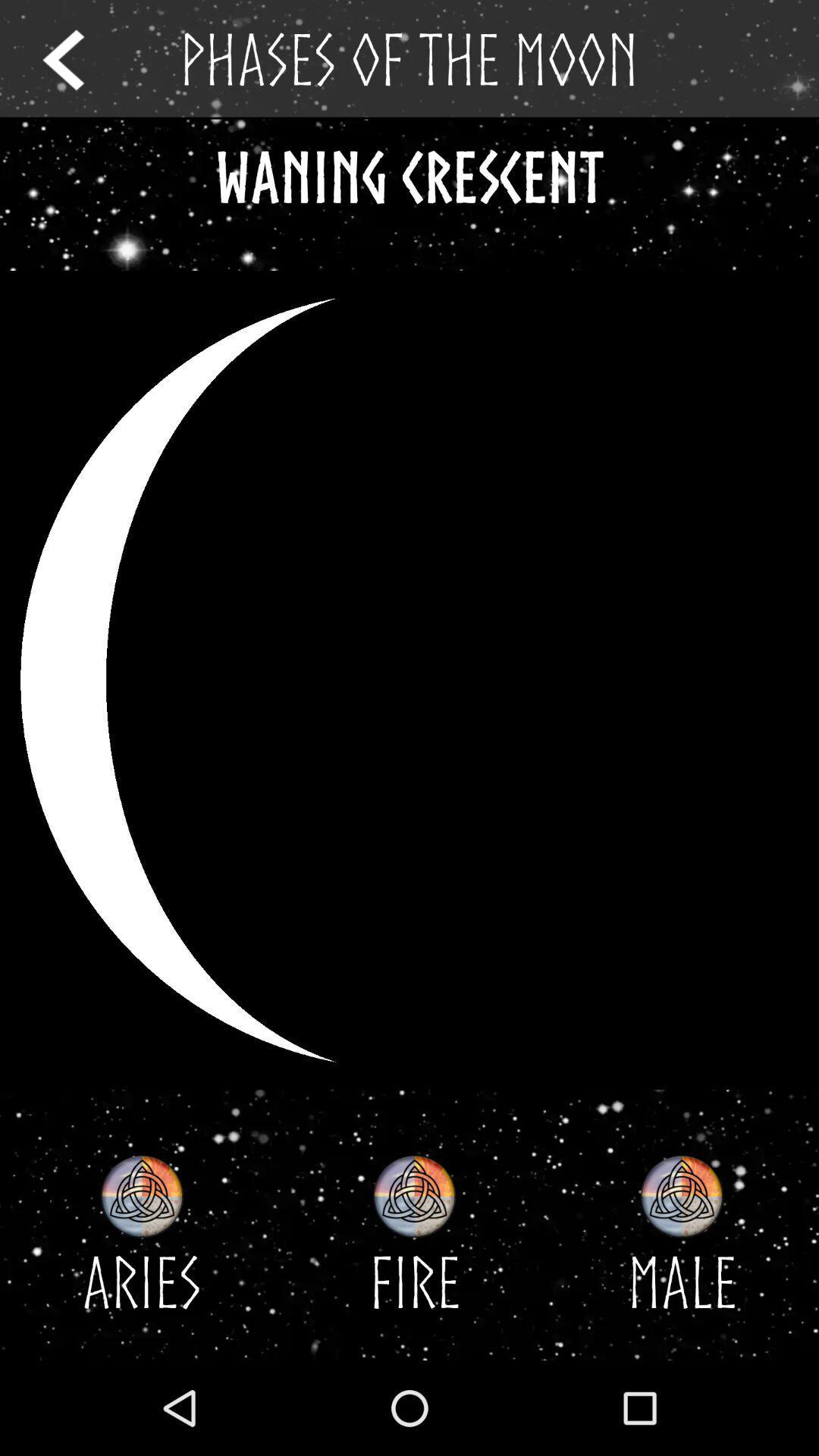 This screenshot has width=819, height=1456. What do you see at coordinates (77, 59) in the screenshot?
I see `go back` at bounding box center [77, 59].